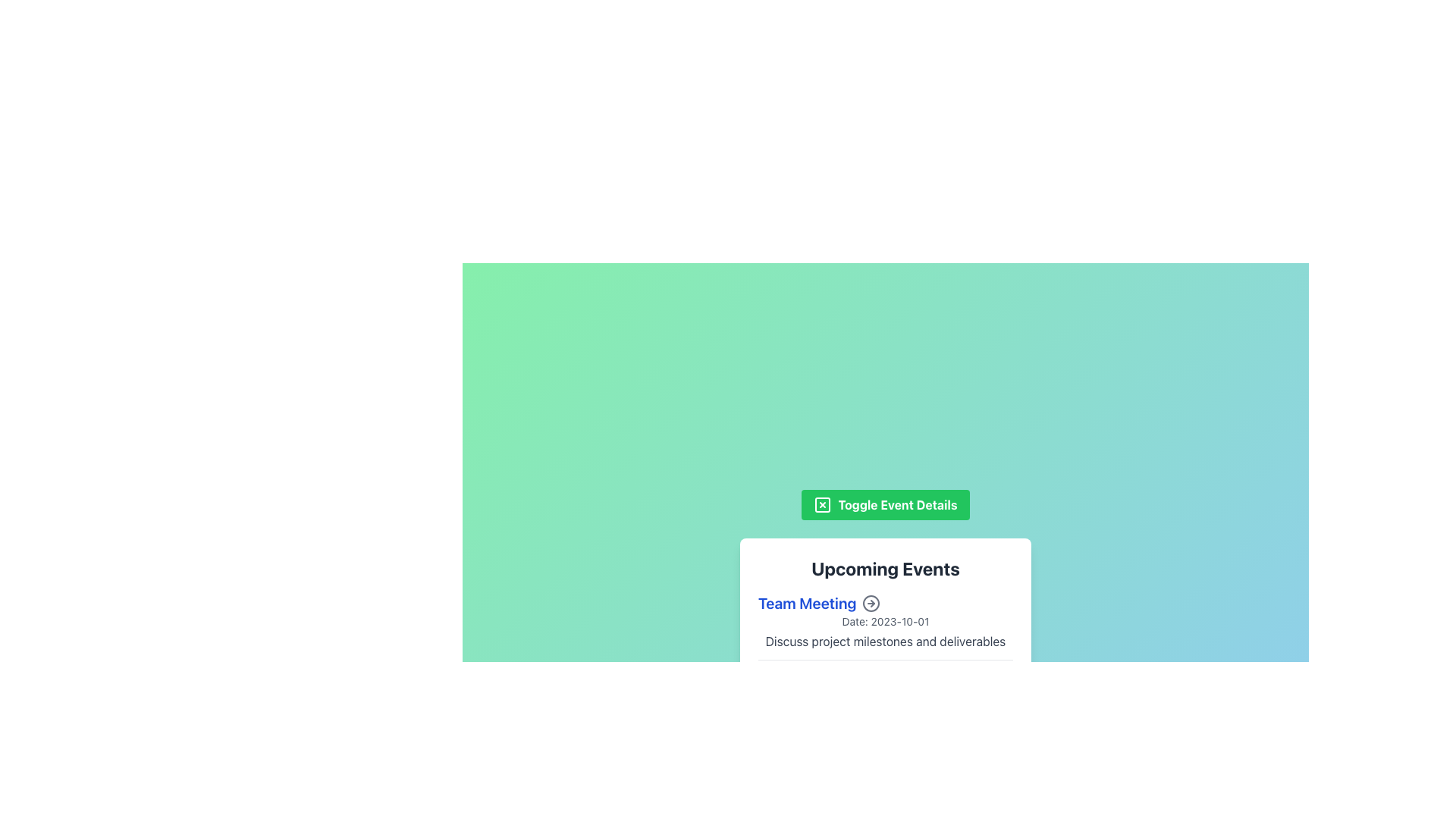 This screenshot has height=819, width=1456. I want to click on the text label displaying 'Date: 2023-10-01', which is located beneath the 'Team Meeting' heading, so click(885, 621).